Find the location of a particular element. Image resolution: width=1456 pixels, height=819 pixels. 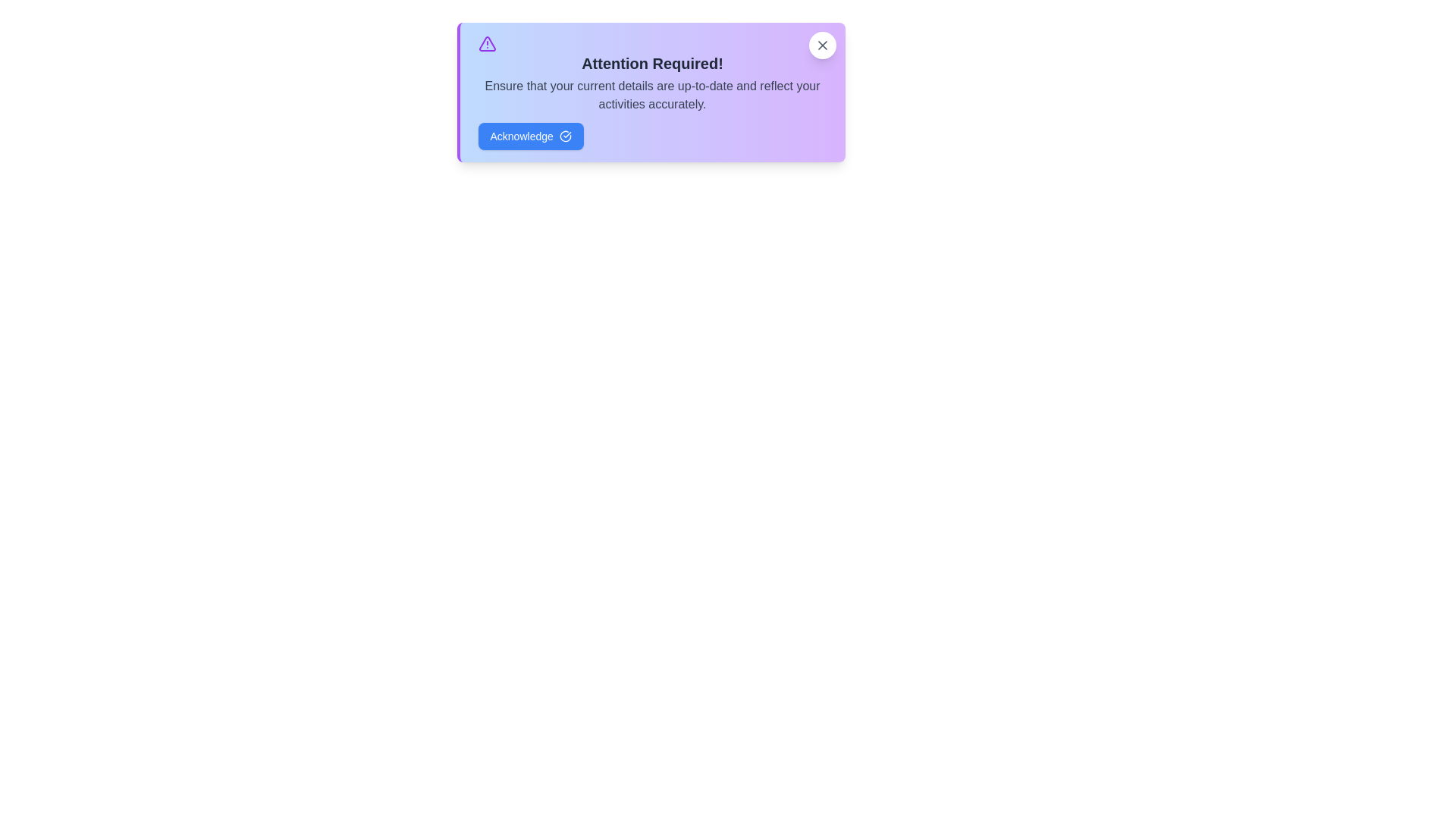

the close button to dismiss the alert is located at coordinates (821, 45).